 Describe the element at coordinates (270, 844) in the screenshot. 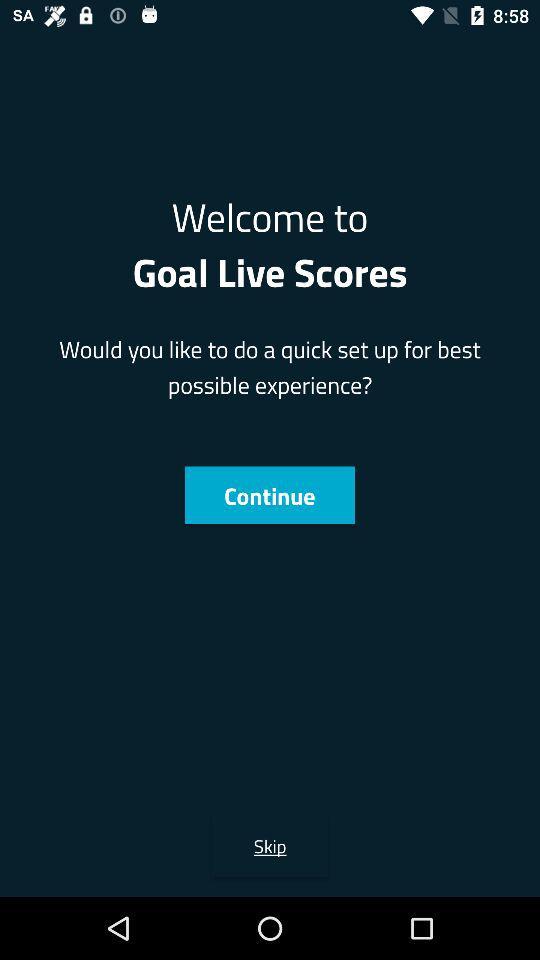

I see `skip icon` at that location.